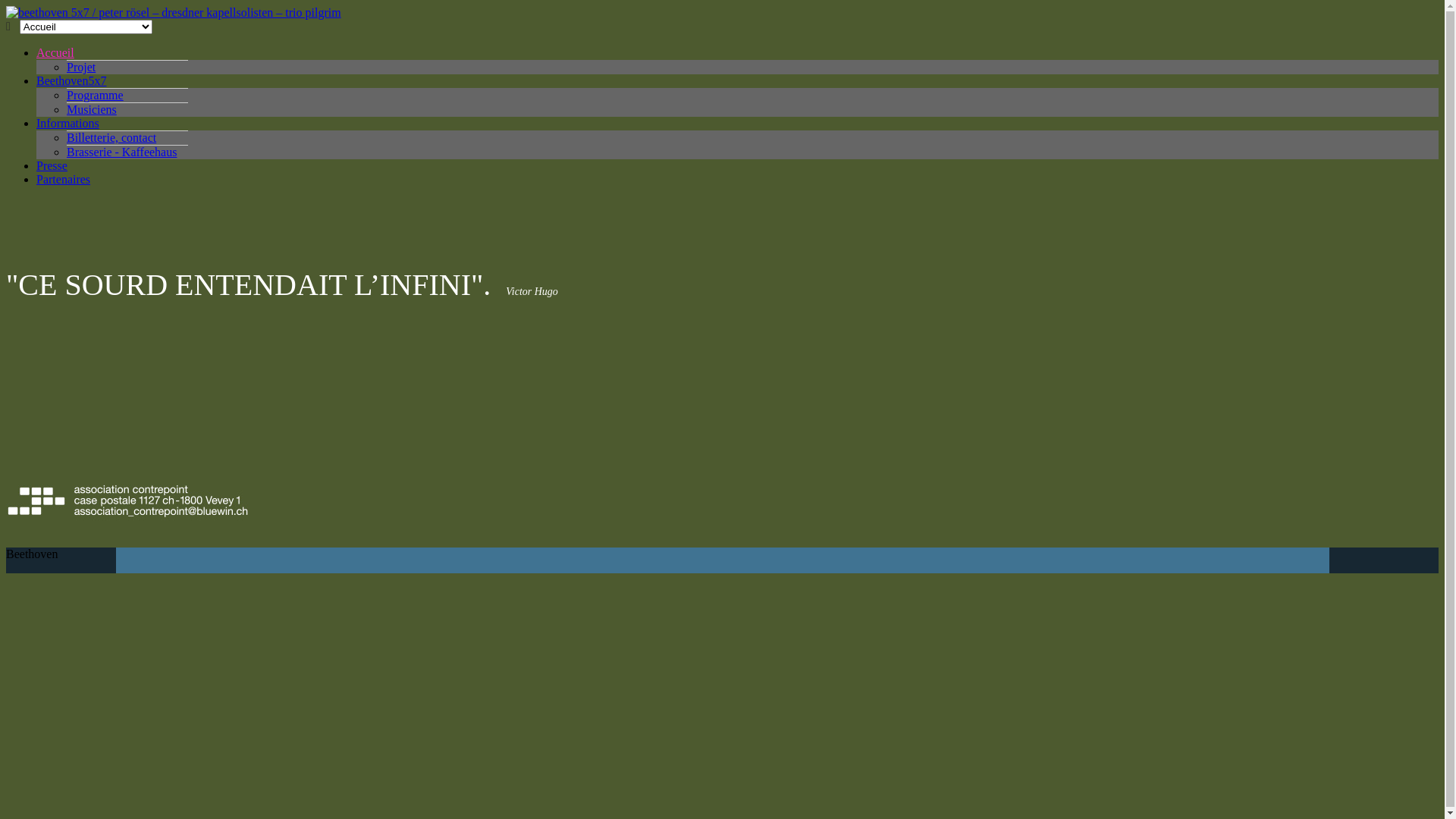 This screenshot has width=1456, height=819. I want to click on 'Projet', so click(65, 66).